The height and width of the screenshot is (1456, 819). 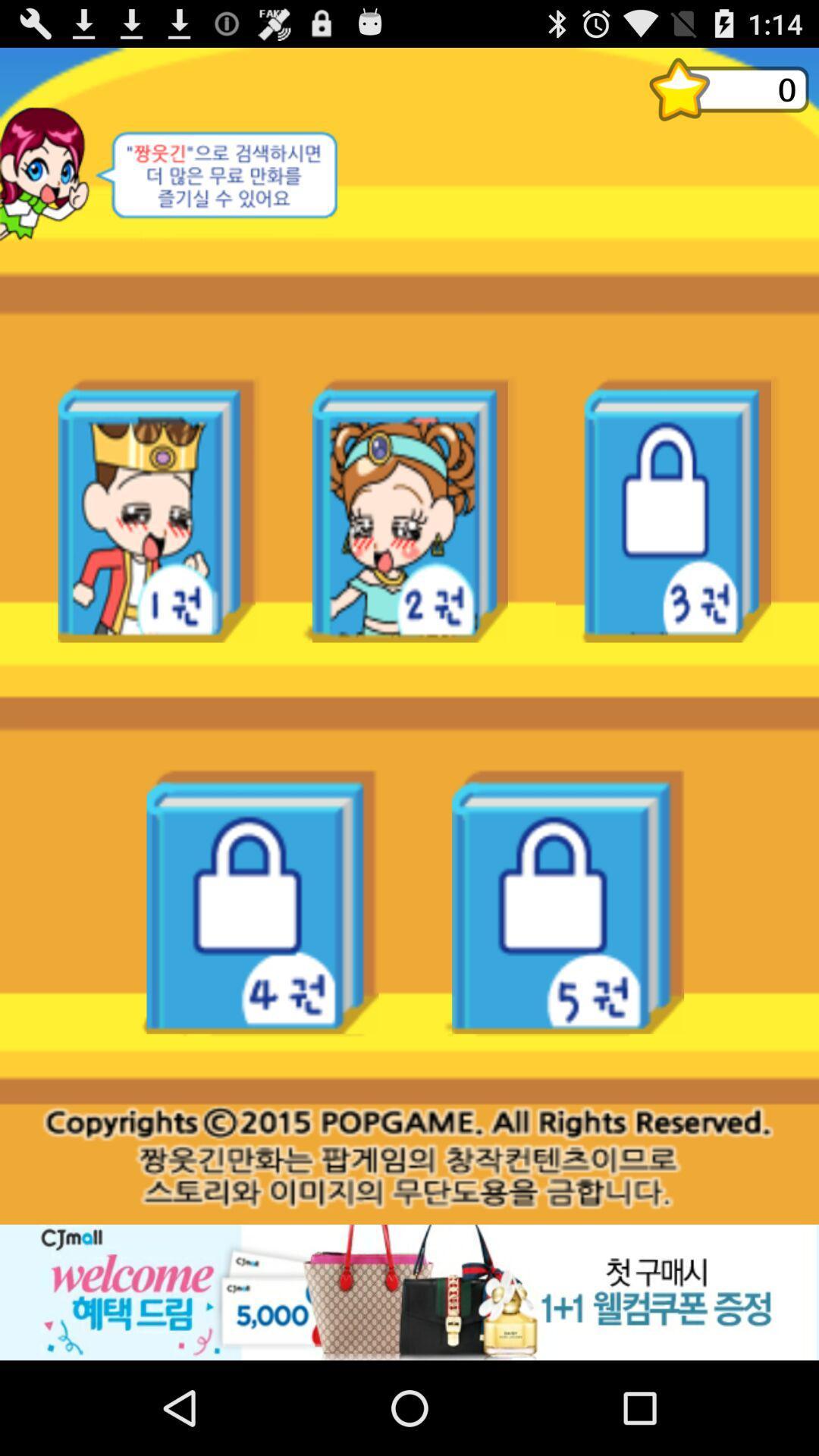 What do you see at coordinates (663, 510) in the screenshot?
I see `the third image` at bounding box center [663, 510].